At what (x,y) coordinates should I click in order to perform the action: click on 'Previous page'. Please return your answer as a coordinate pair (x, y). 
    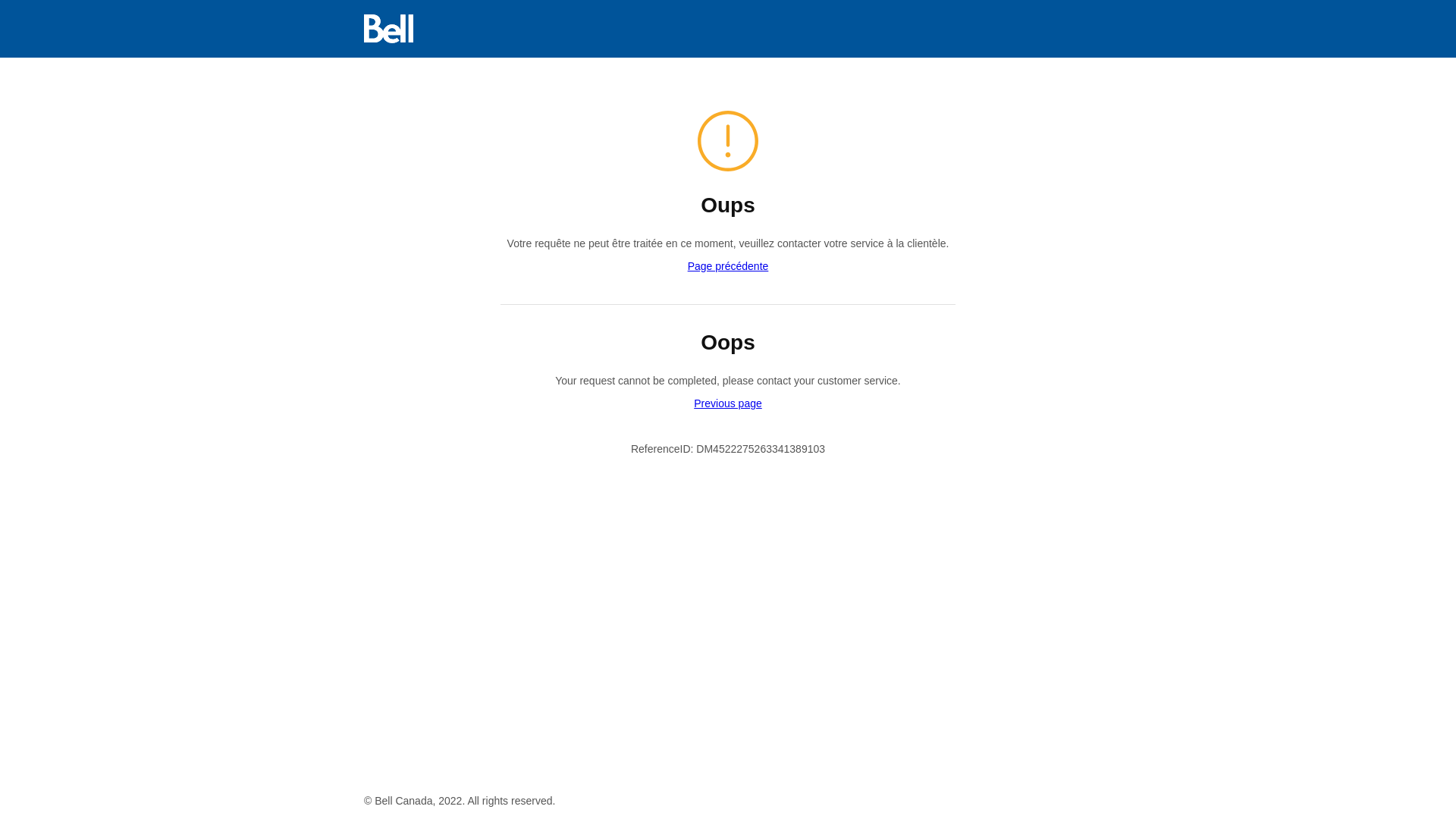
    Looking at the image, I should click on (728, 403).